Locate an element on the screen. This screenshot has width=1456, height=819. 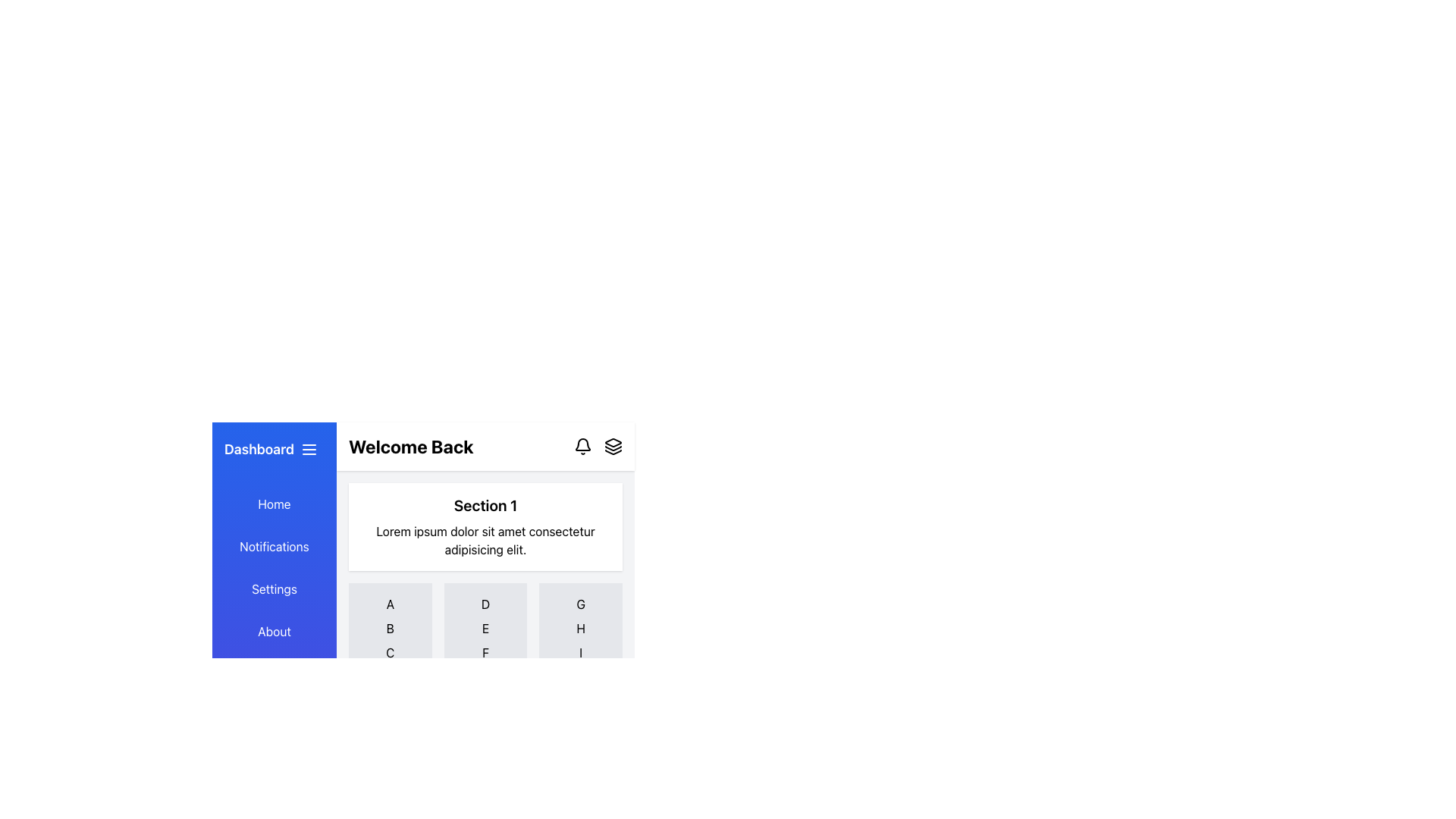
the menu icon represented by three horizontal white lines on a blue background, located to the right of the 'Dashboard' text is located at coordinates (309, 449).